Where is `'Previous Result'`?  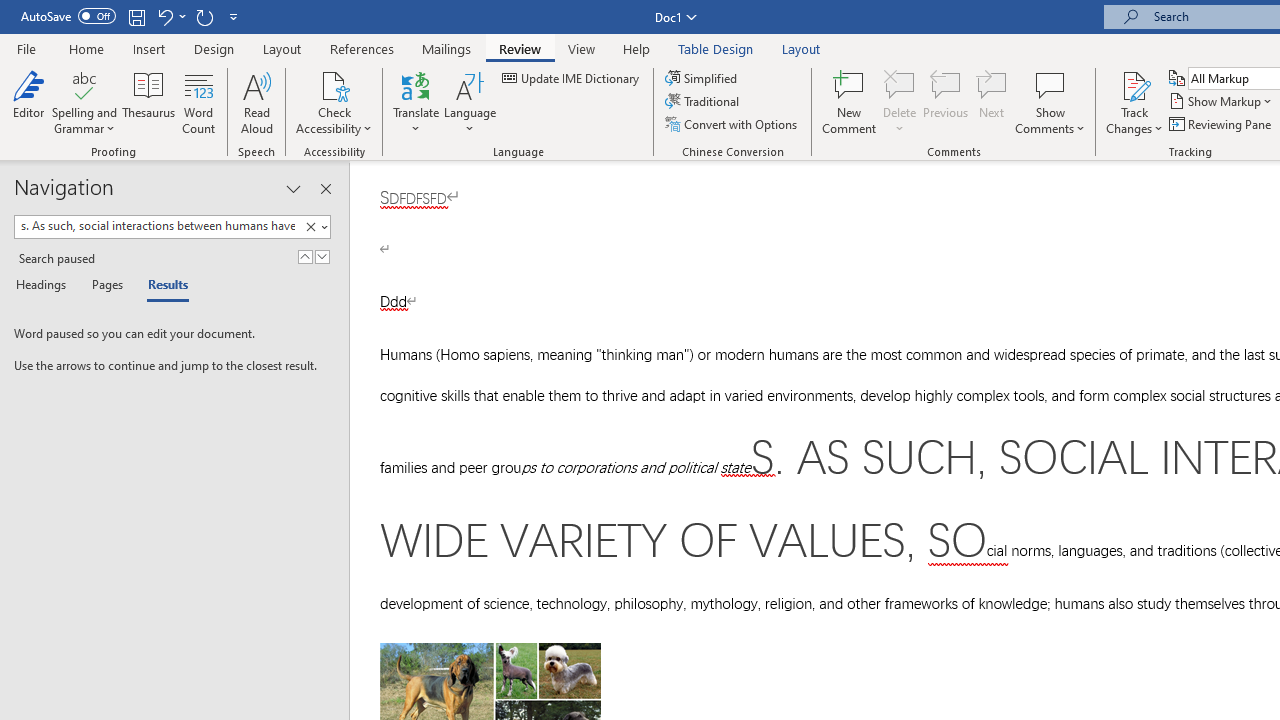 'Previous Result' is located at coordinates (304, 256).